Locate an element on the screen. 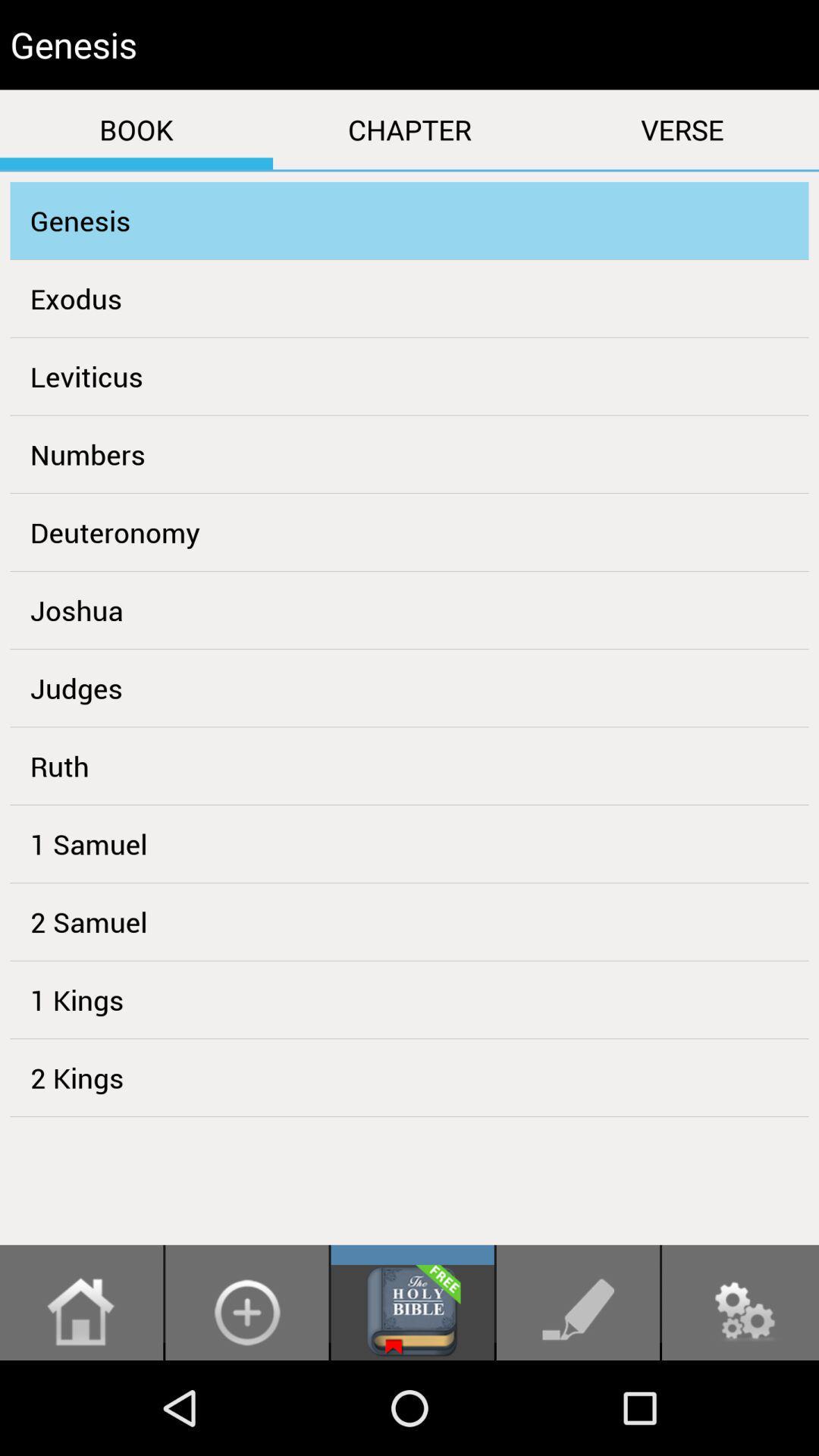  the settings icon is located at coordinates (739, 1404).